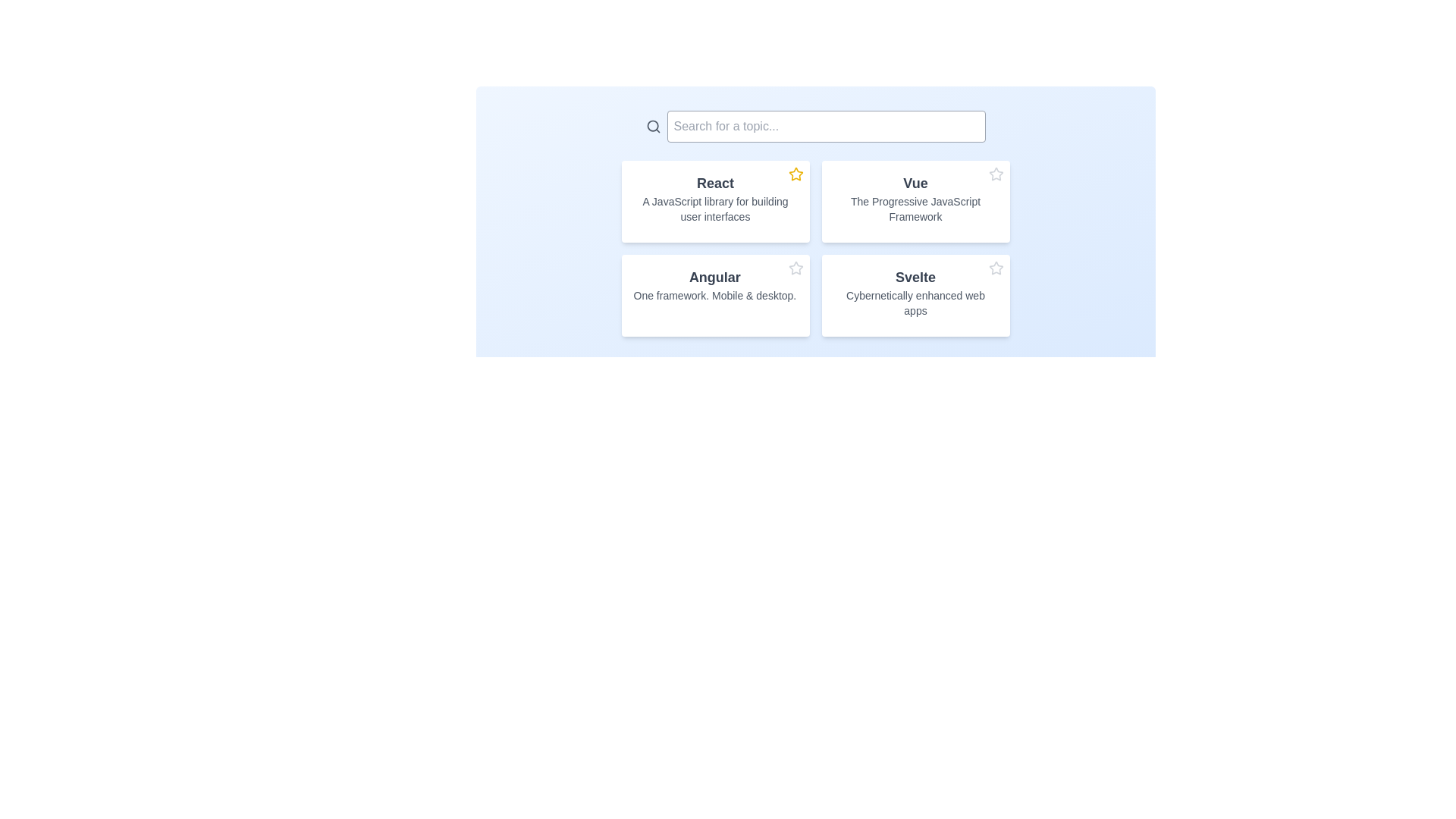  I want to click on bold text label displaying 'React', which is prominently positioned in the top-left card of a grid layout, so click(714, 183).